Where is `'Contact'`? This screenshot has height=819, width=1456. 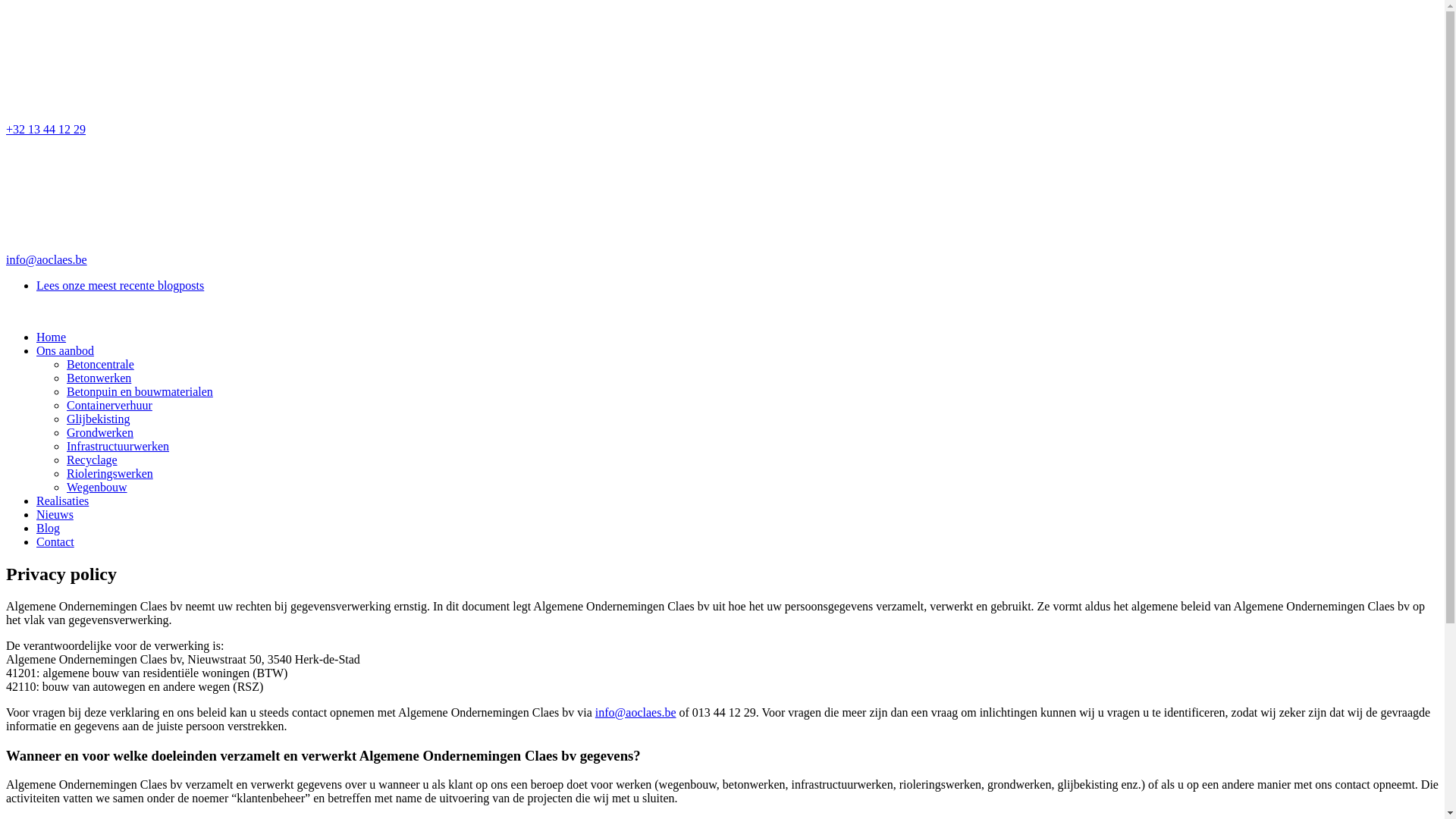 'Contact' is located at coordinates (55, 541).